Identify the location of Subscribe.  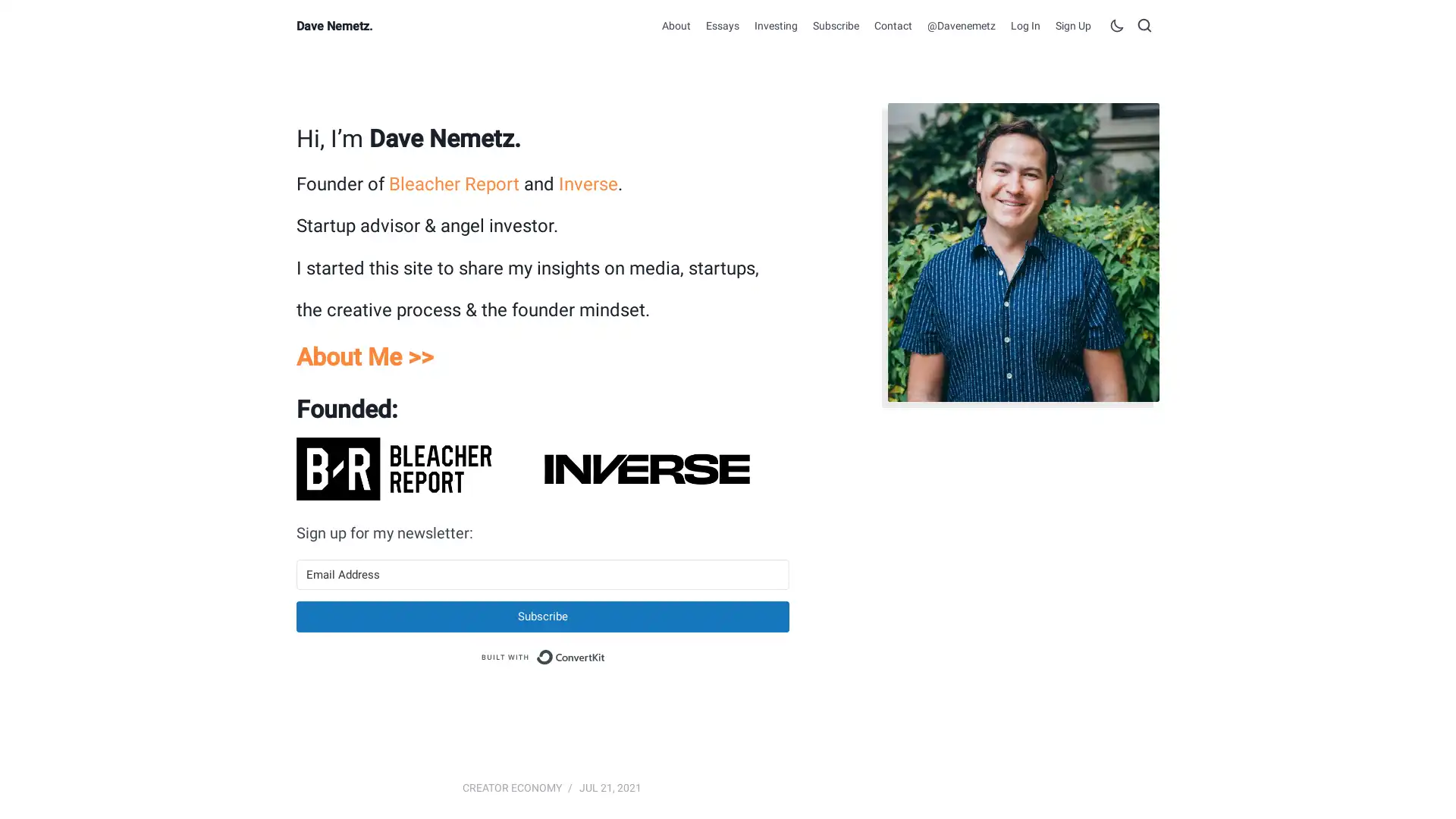
(542, 617).